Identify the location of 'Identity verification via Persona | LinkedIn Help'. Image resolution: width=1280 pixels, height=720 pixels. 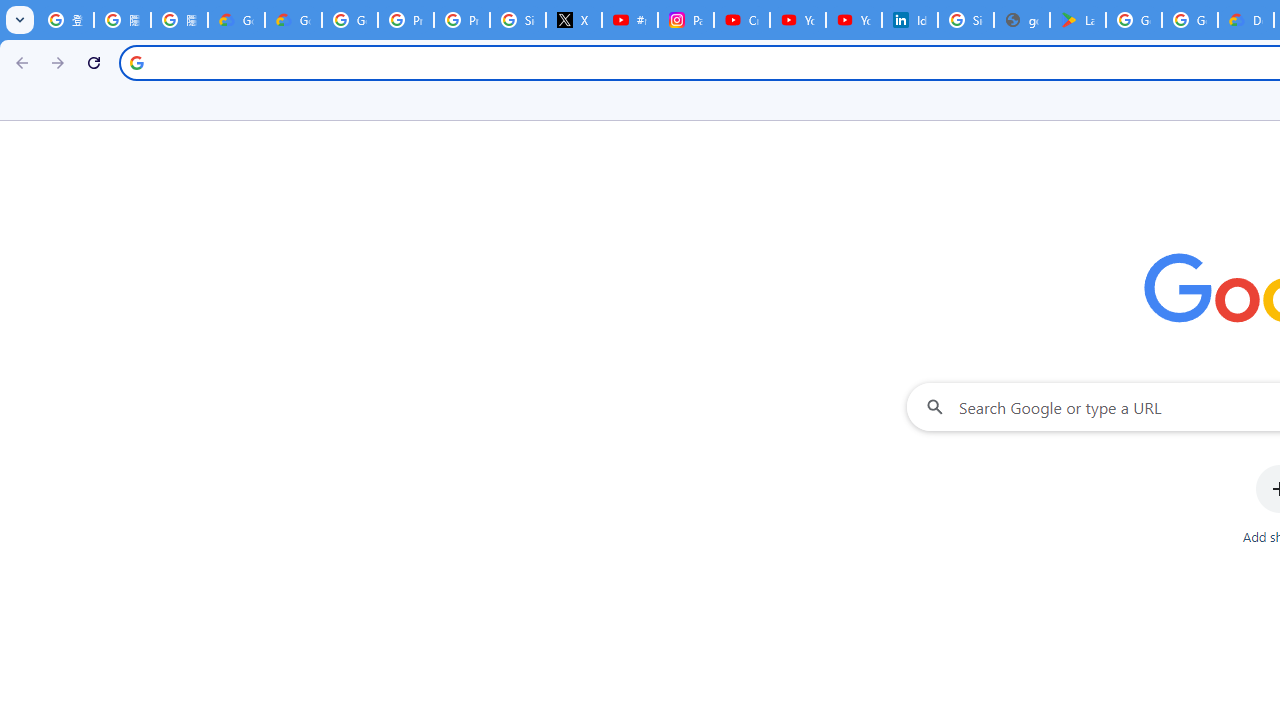
(909, 20).